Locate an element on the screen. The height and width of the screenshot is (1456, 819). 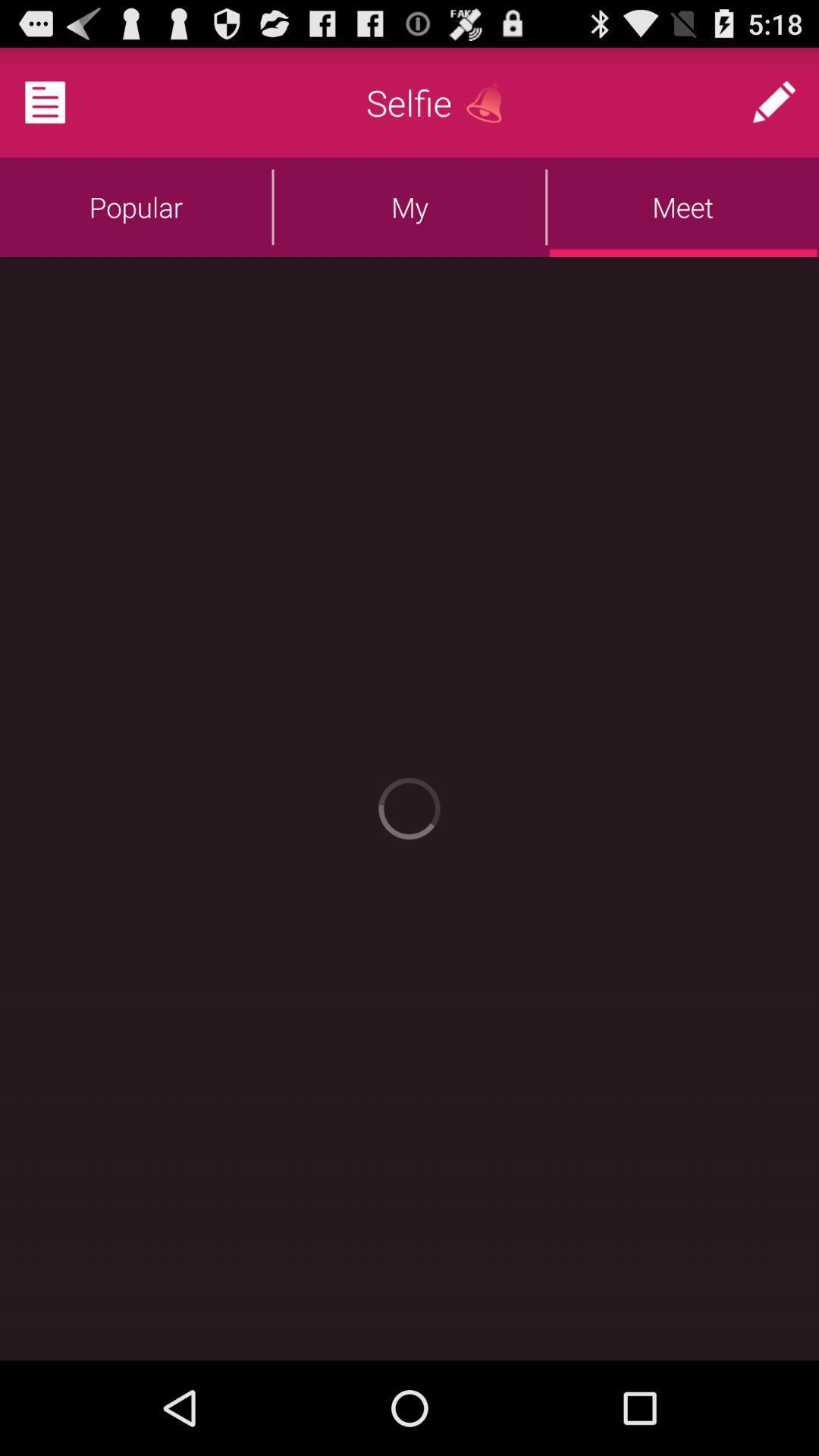
the edit icon is located at coordinates (773, 108).